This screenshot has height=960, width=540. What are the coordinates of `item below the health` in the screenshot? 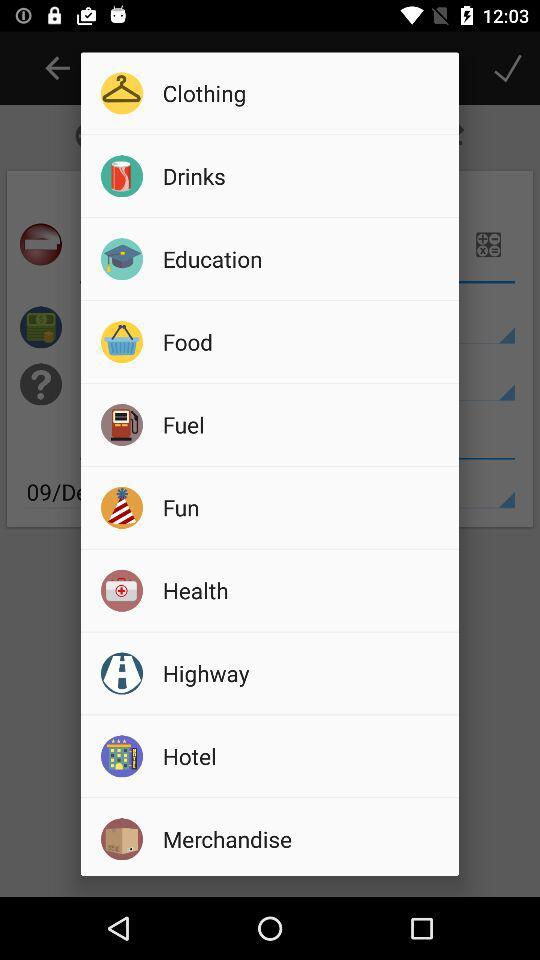 It's located at (303, 673).